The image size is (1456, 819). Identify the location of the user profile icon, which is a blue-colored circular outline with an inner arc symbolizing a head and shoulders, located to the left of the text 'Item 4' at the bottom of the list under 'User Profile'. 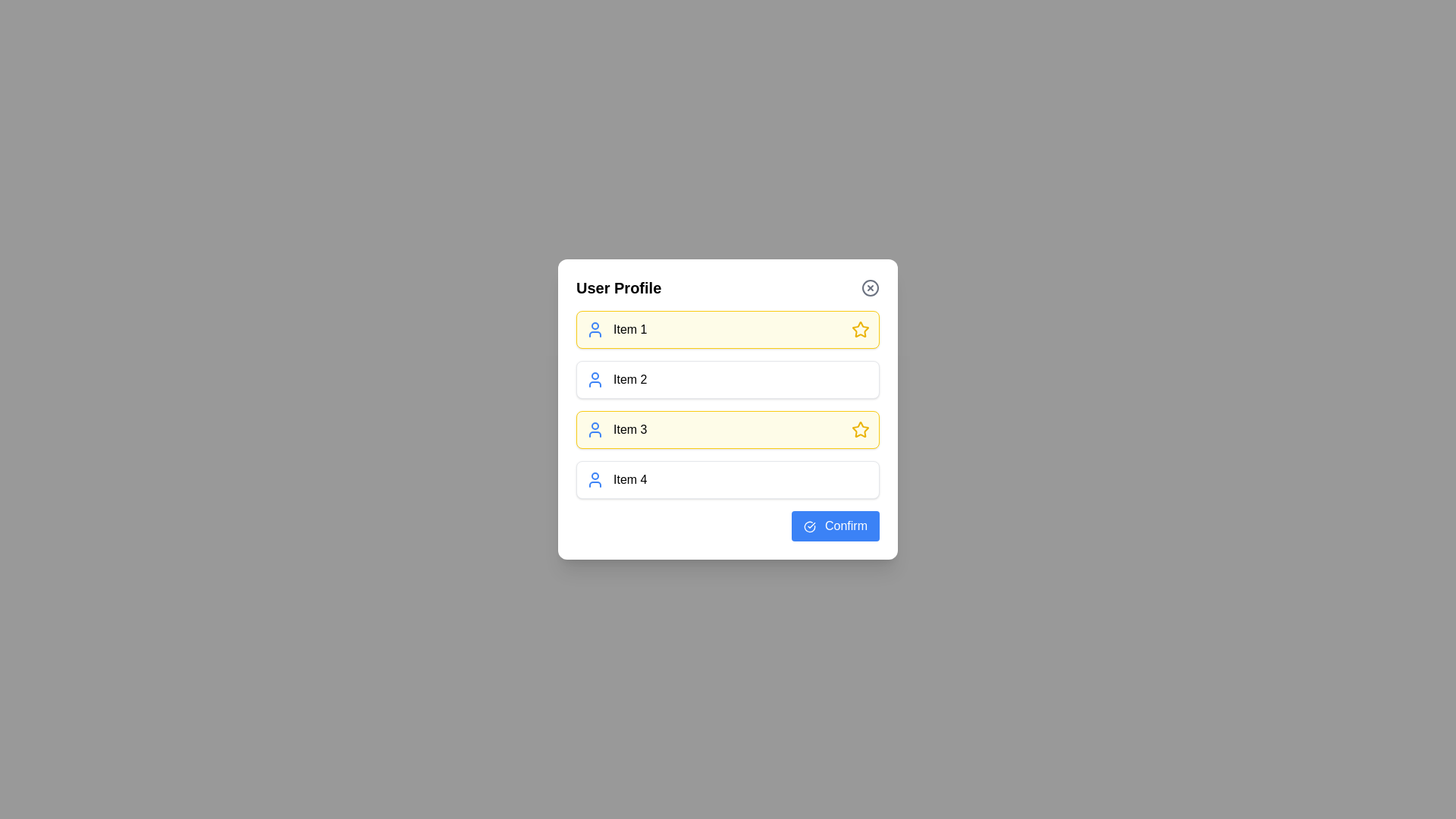
(595, 479).